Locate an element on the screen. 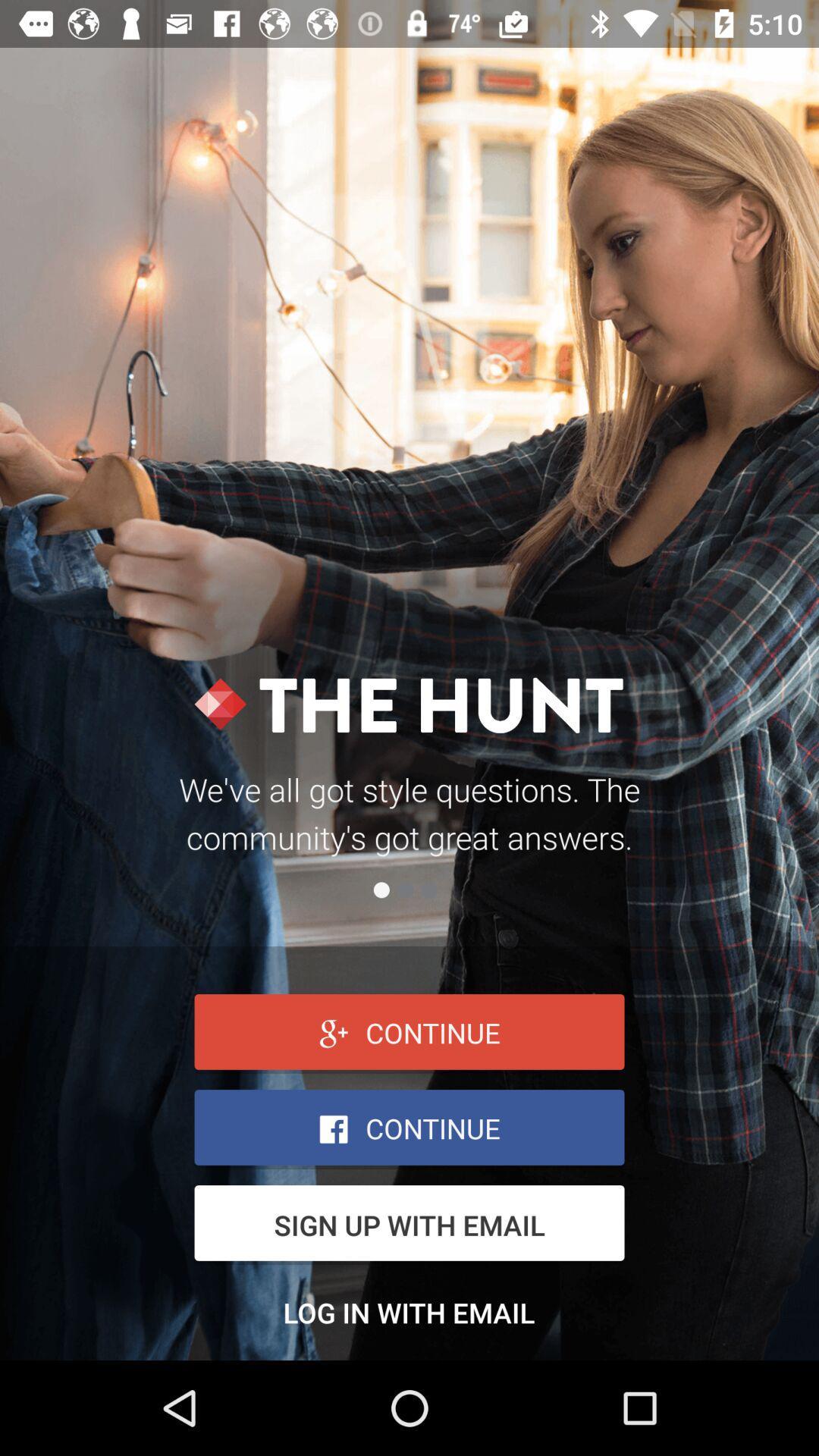  facebook box option is located at coordinates (409, 1129).